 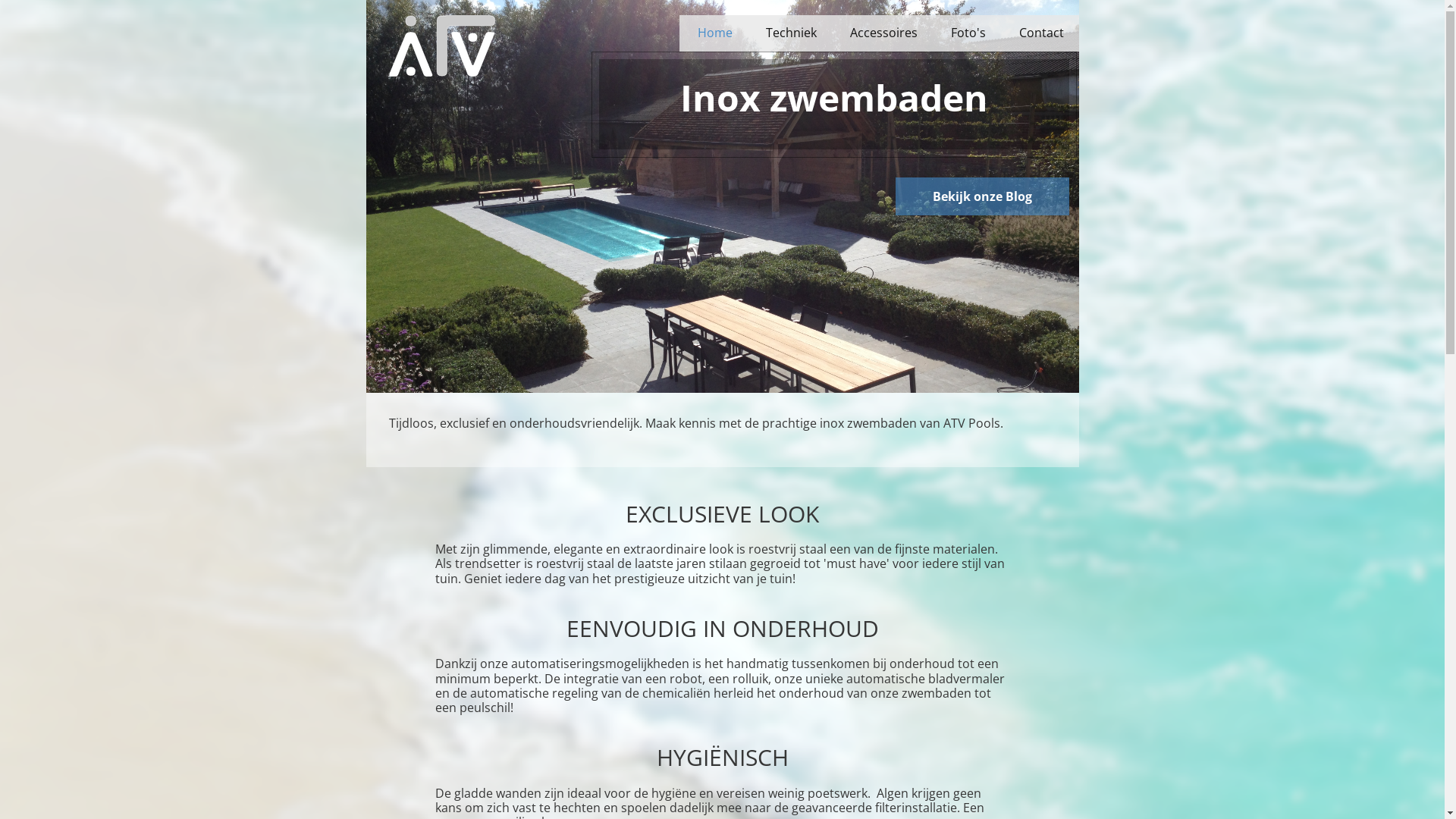 I want to click on 'Bekijk onze Blog', so click(x=981, y=195).